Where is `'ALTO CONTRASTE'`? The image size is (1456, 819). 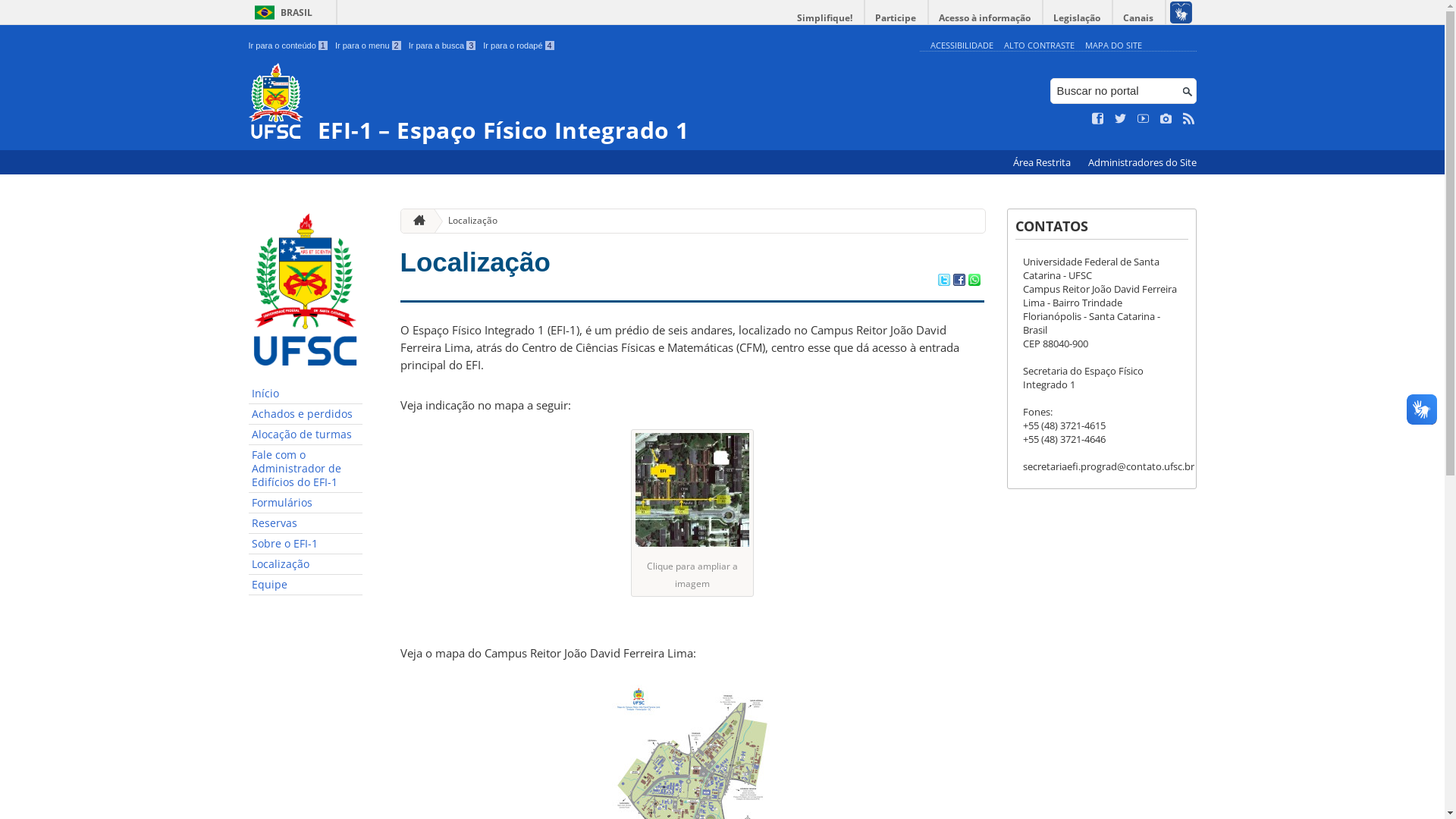
'ALTO CONTRASTE' is located at coordinates (1038, 44).